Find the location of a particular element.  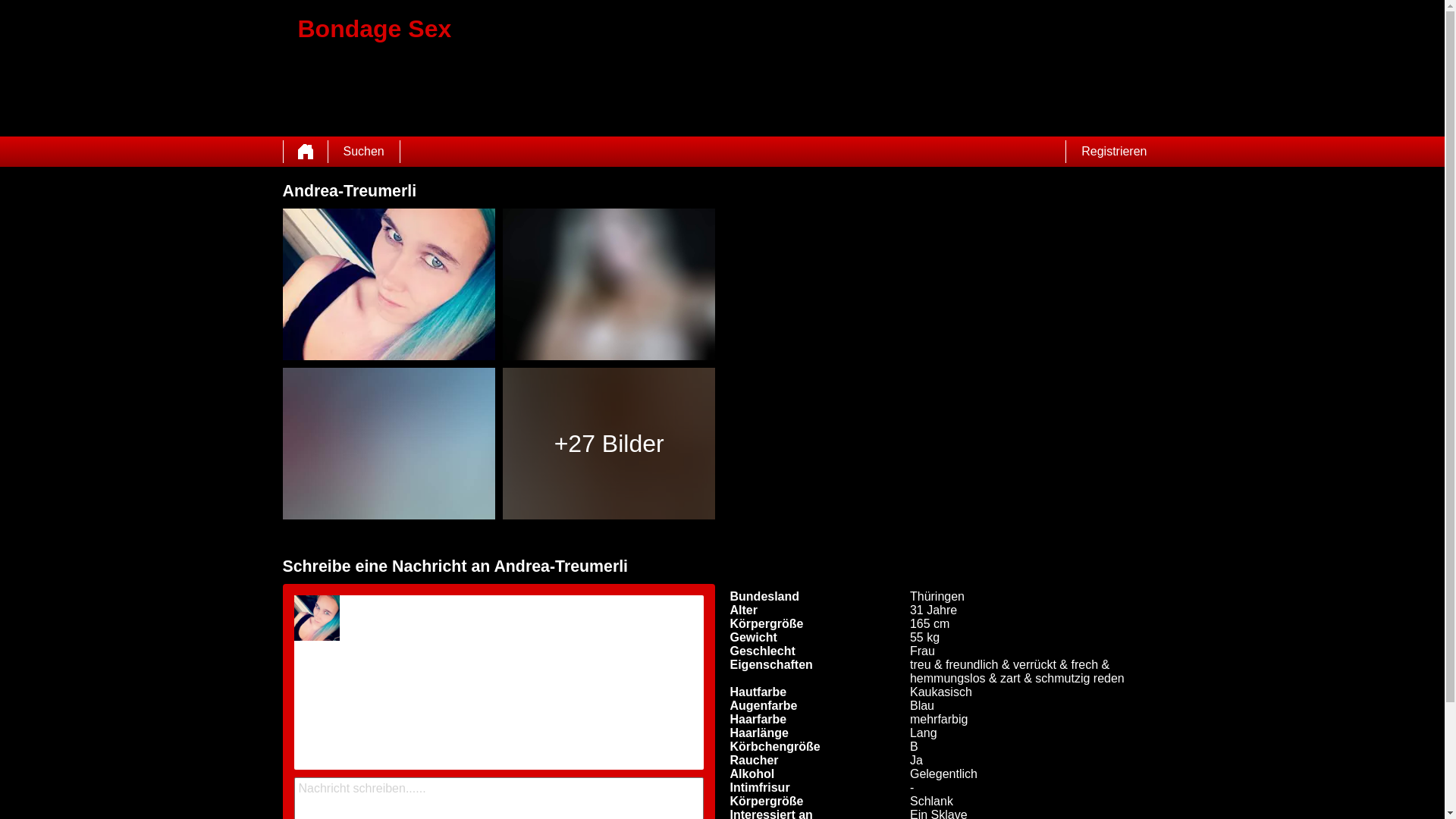

'Suchen' is located at coordinates (362, 152).